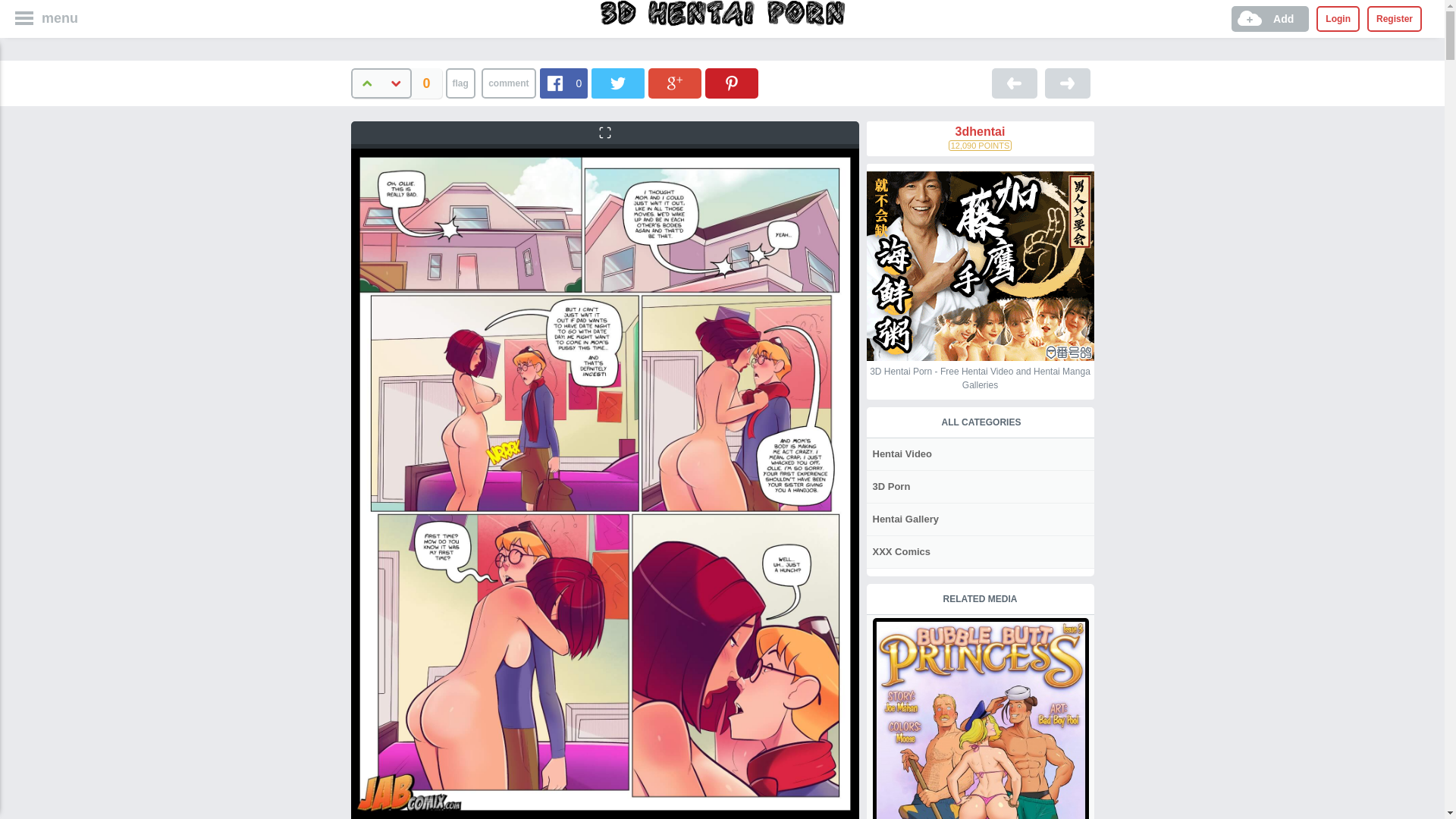  Describe the element at coordinates (508, 83) in the screenshot. I see `'Answer this Media'` at that location.